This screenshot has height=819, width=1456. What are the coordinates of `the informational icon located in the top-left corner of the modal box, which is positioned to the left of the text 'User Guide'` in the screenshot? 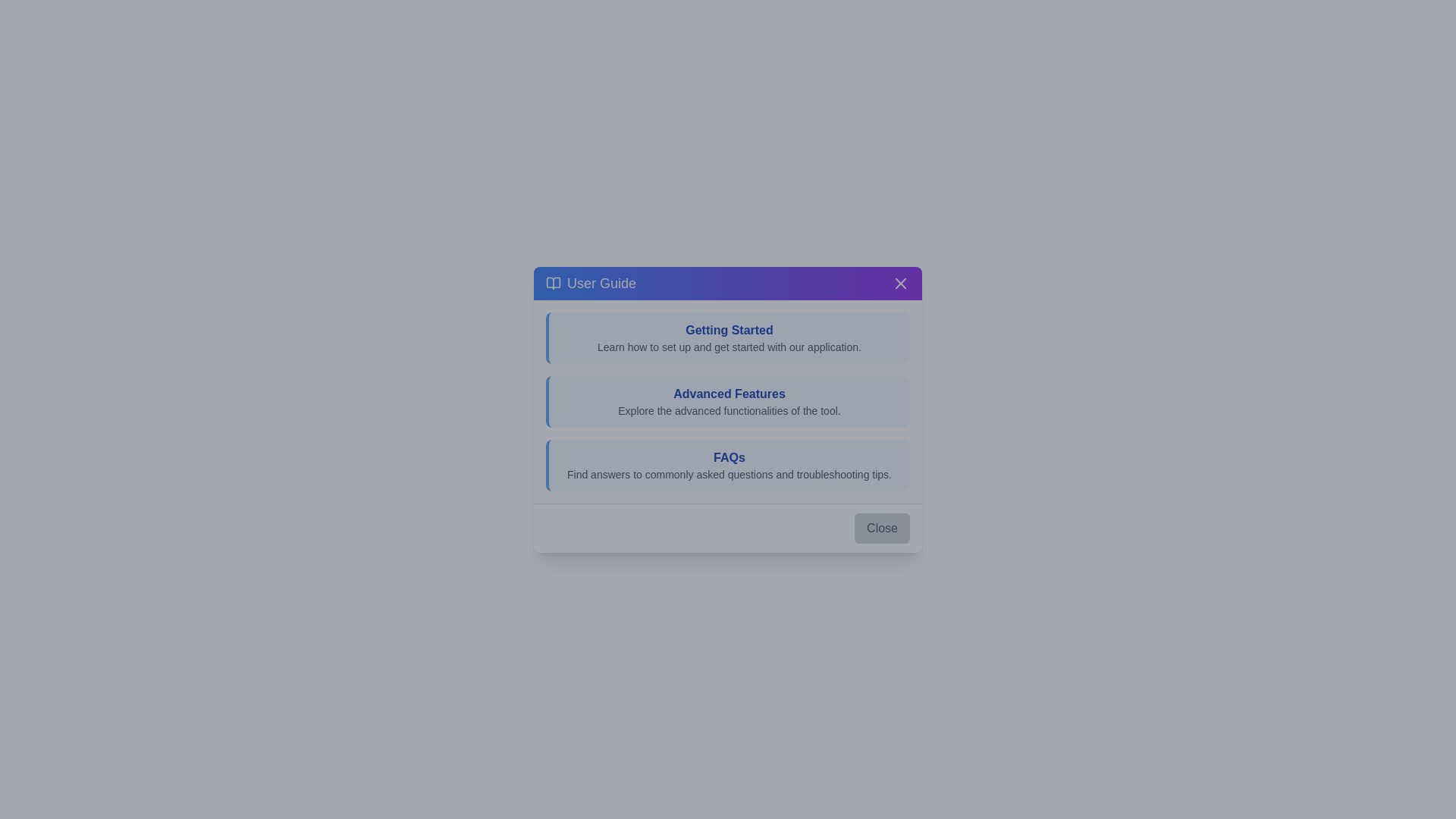 It's located at (552, 283).